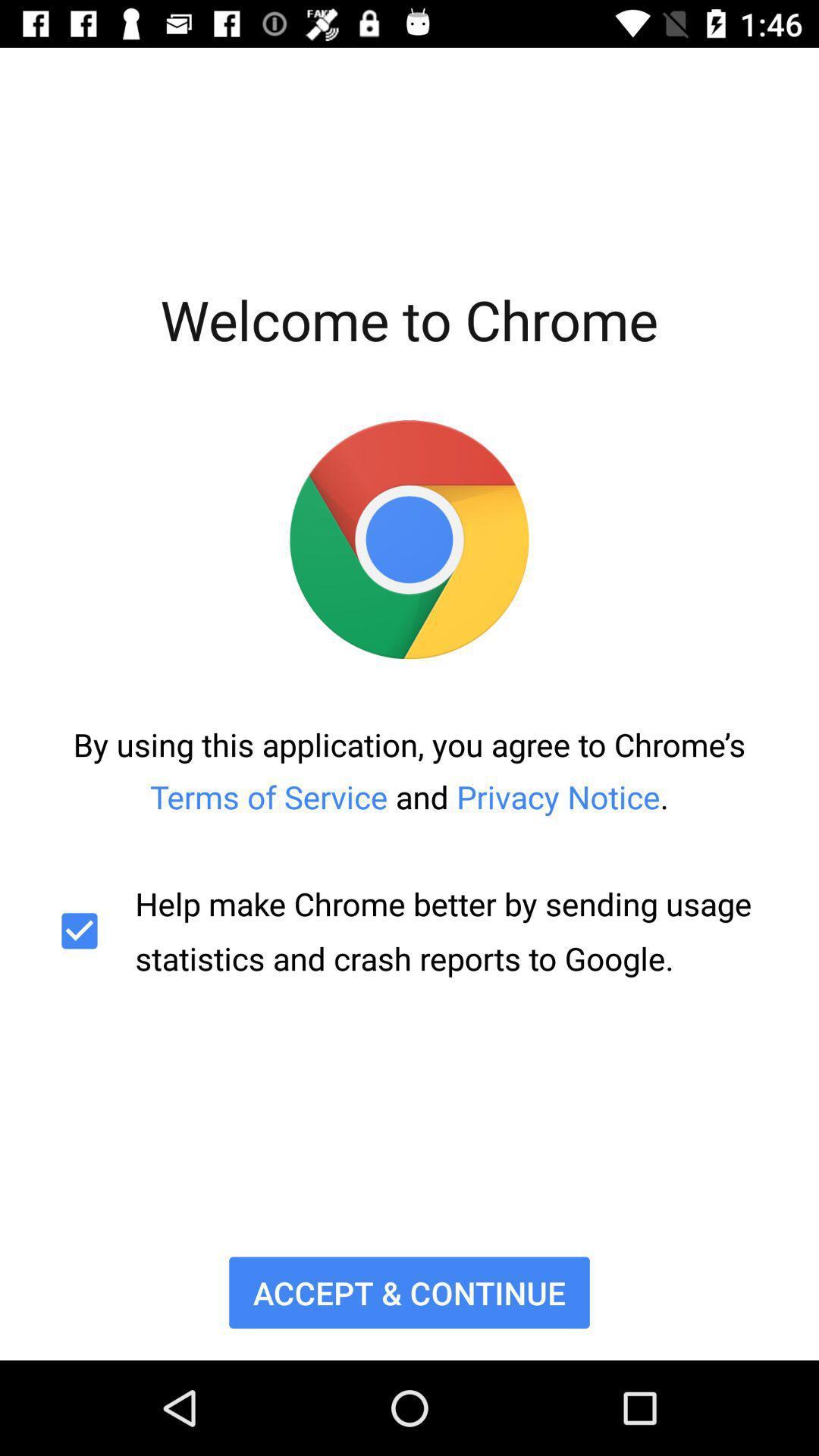  What do you see at coordinates (409, 1291) in the screenshot?
I see `the icon below help make chrome` at bounding box center [409, 1291].